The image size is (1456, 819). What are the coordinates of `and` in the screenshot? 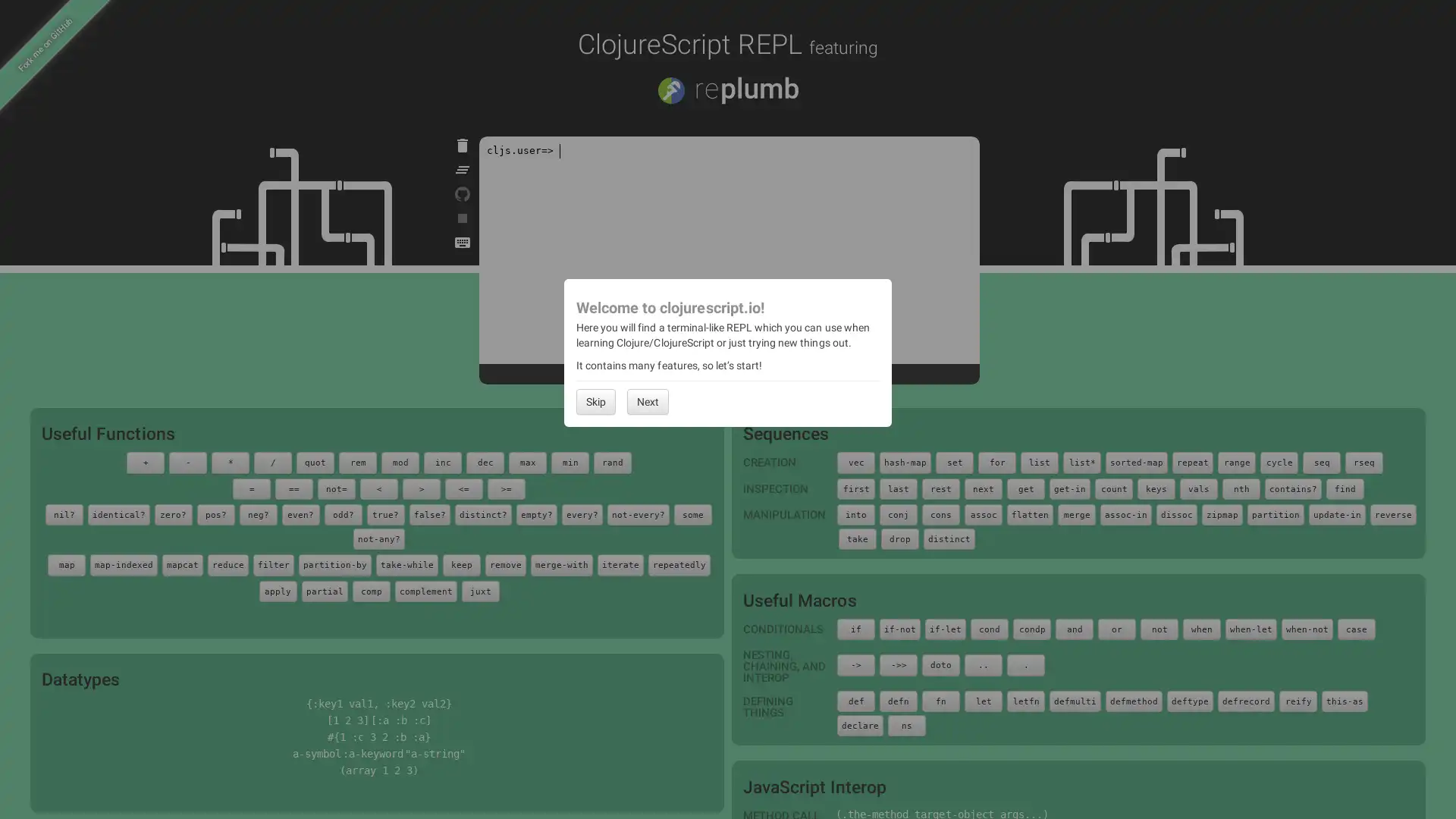 It's located at (1073, 629).